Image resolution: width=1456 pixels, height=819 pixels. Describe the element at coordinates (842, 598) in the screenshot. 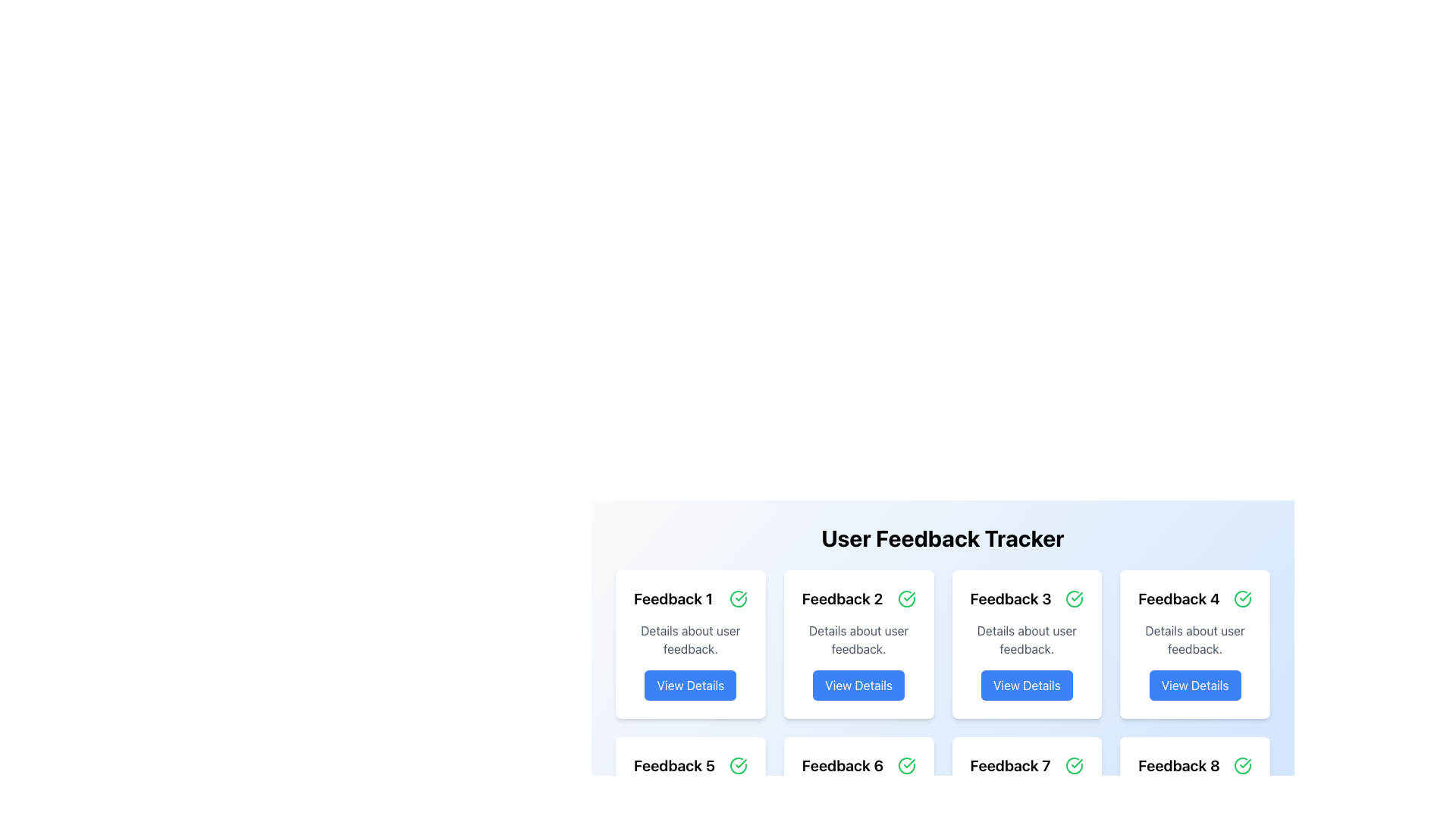

I see `label 'Feedback 2' which is prominently displayed in bold, large font at the top center of the second card in the User Feedback Tracker grid` at that location.